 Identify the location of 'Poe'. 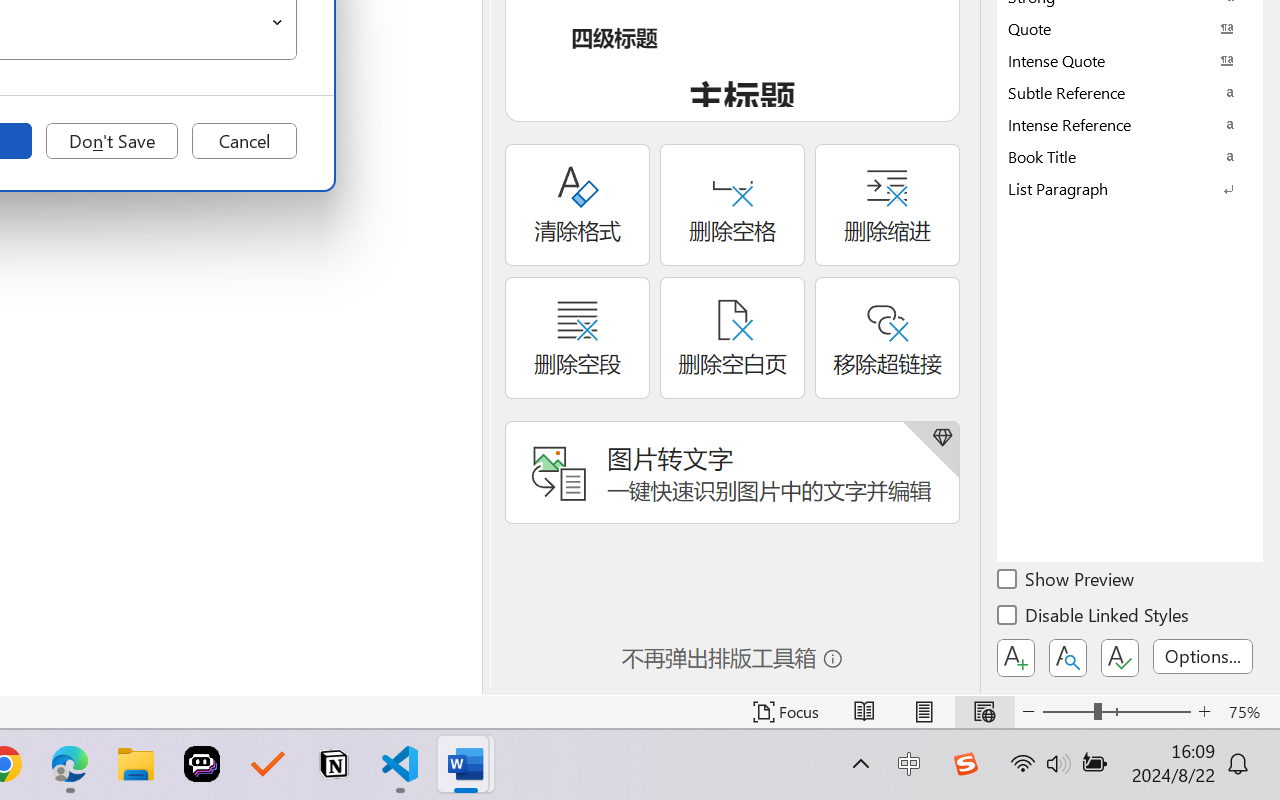
(202, 764).